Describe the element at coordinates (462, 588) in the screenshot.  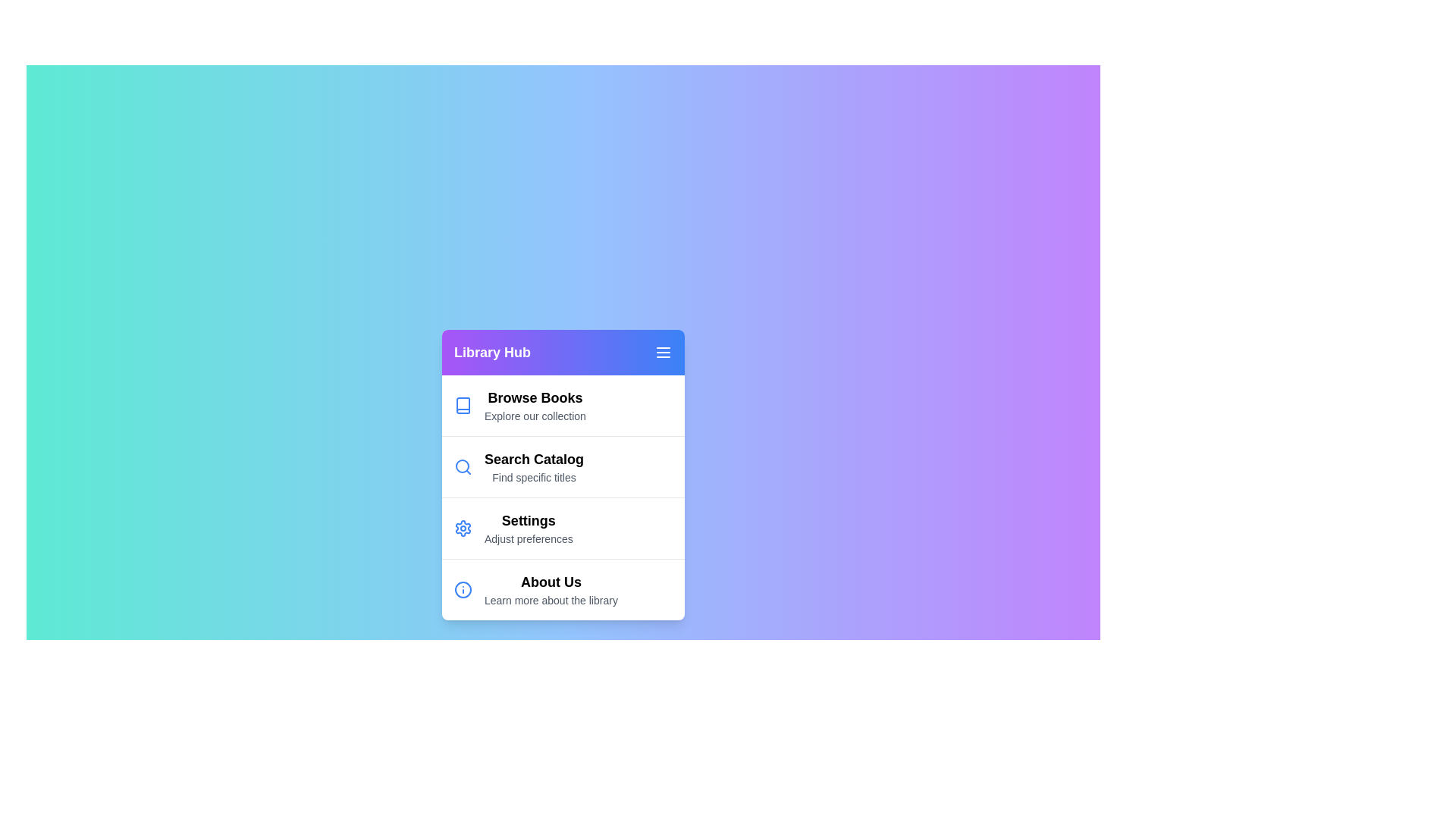
I see `the icon corresponding to the menu item About Us` at that location.